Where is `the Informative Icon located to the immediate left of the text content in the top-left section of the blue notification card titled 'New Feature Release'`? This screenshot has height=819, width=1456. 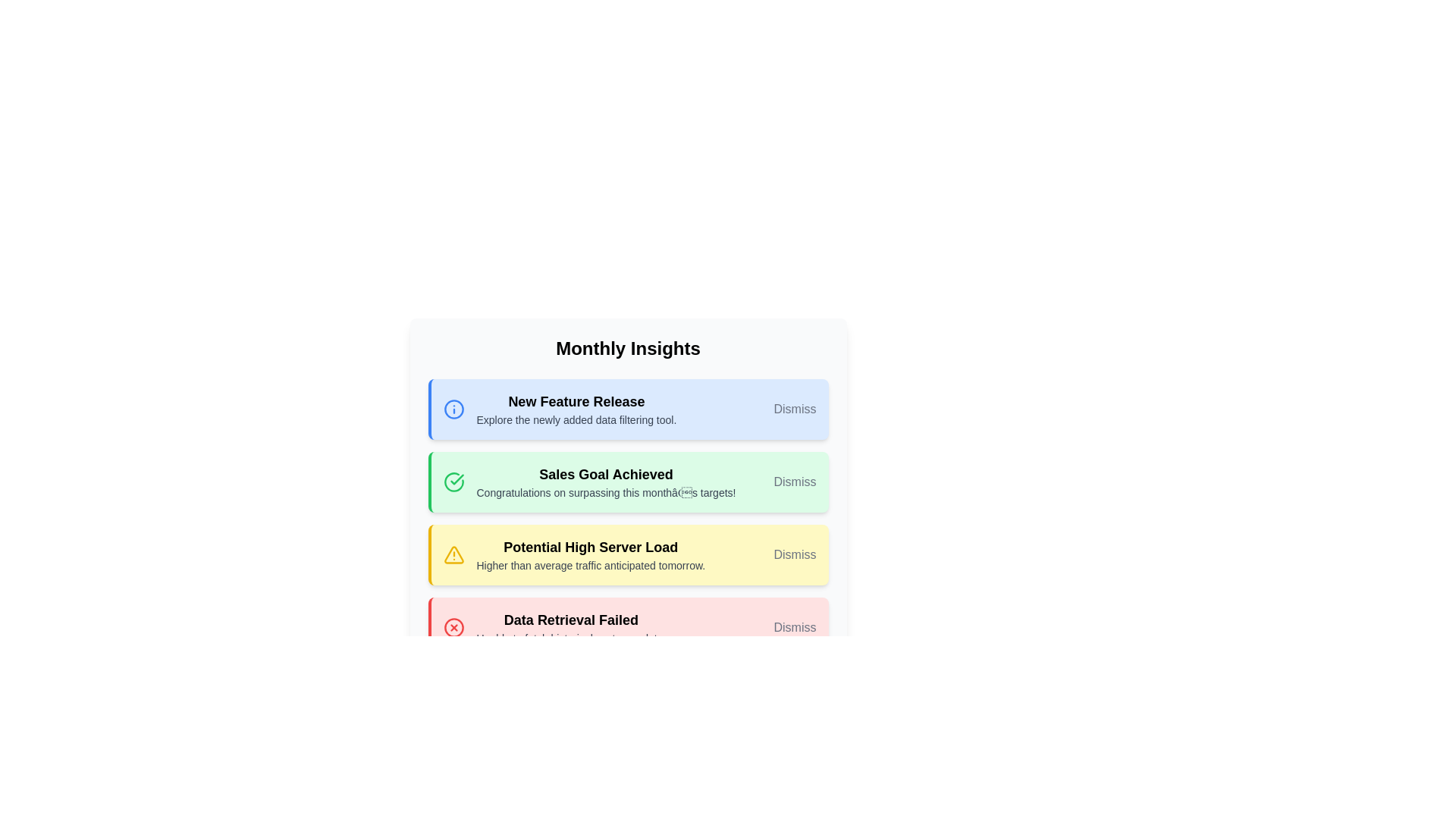 the Informative Icon located to the immediate left of the text content in the top-left section of the blue notification card titled 'New Feature Release' is located at coordinates (453, 409).